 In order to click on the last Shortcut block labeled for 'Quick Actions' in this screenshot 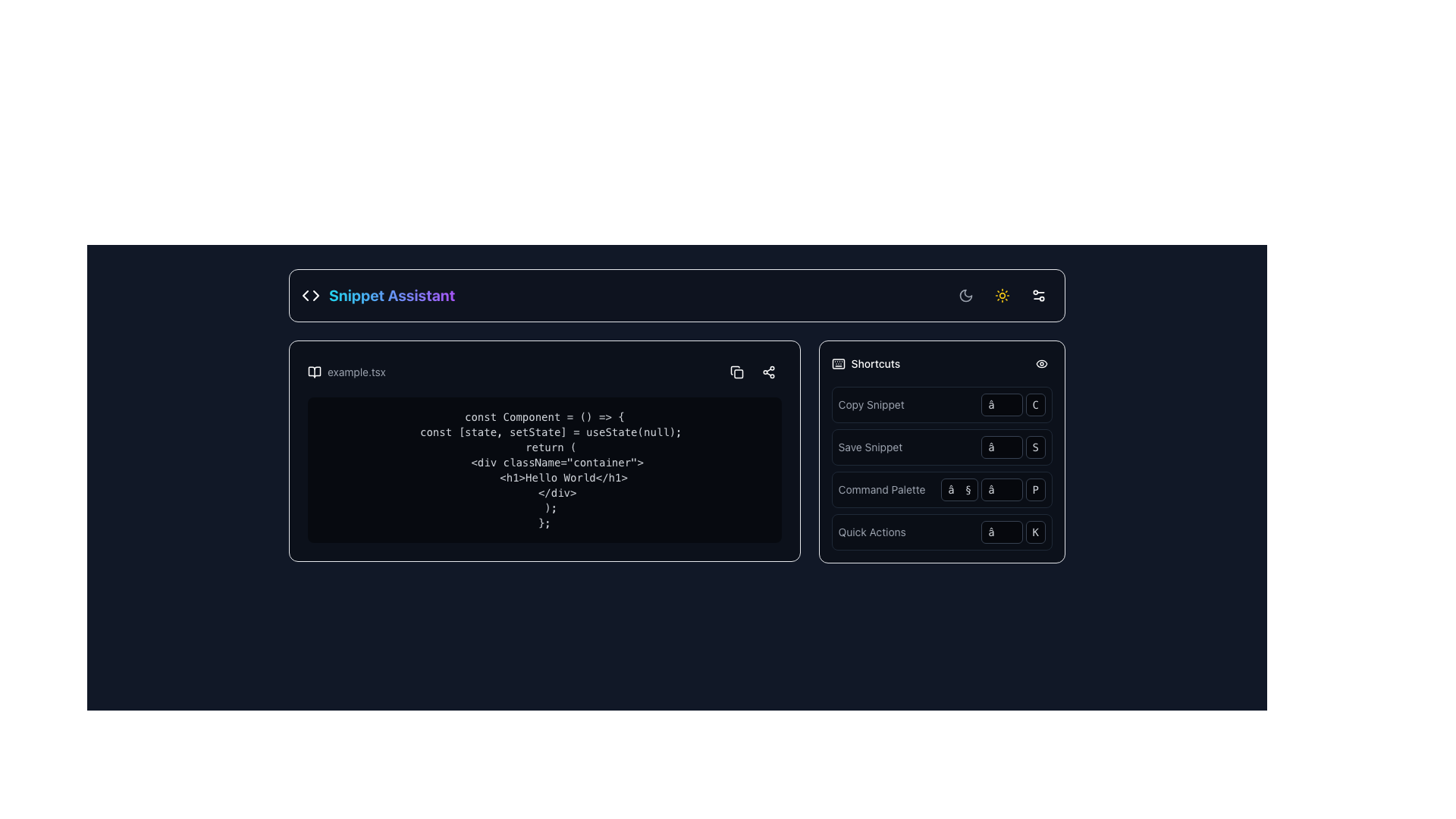, I will do `click(941, 532)`.